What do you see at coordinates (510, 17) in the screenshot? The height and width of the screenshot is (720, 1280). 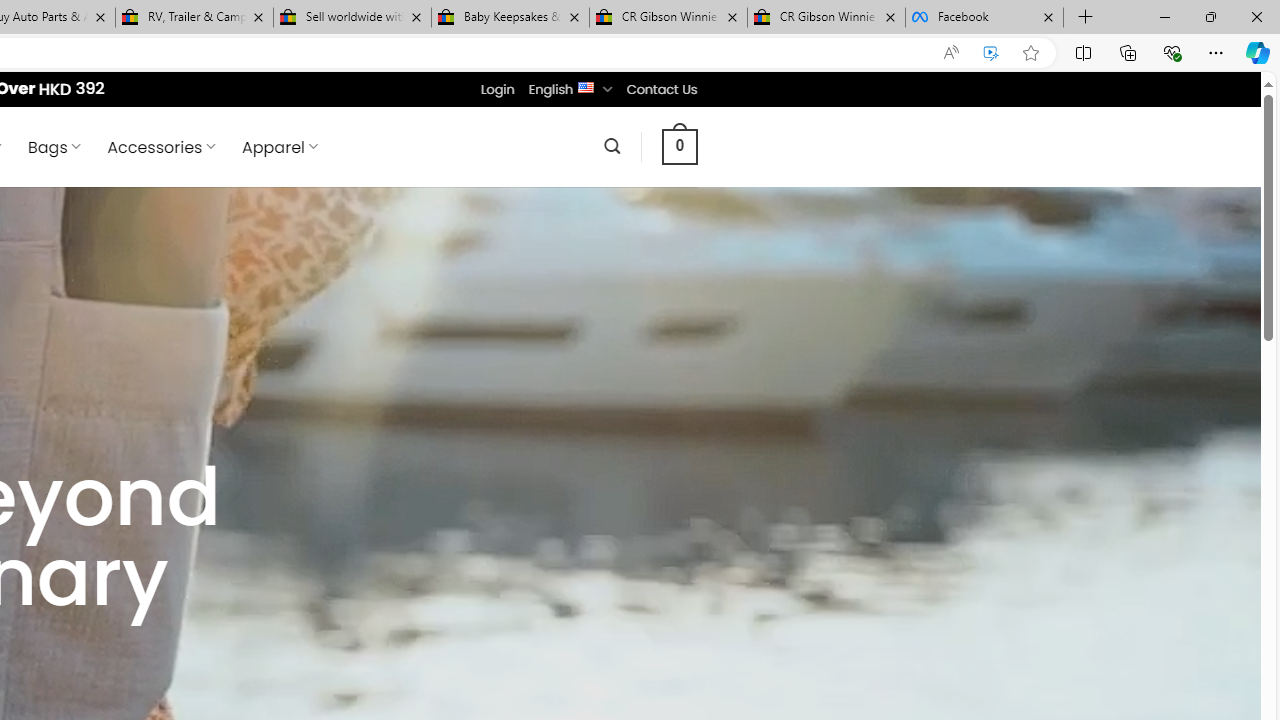 I see `'Baby Keepsakes & Announcements for sale | eBay'` at bounding box center [510, 17].